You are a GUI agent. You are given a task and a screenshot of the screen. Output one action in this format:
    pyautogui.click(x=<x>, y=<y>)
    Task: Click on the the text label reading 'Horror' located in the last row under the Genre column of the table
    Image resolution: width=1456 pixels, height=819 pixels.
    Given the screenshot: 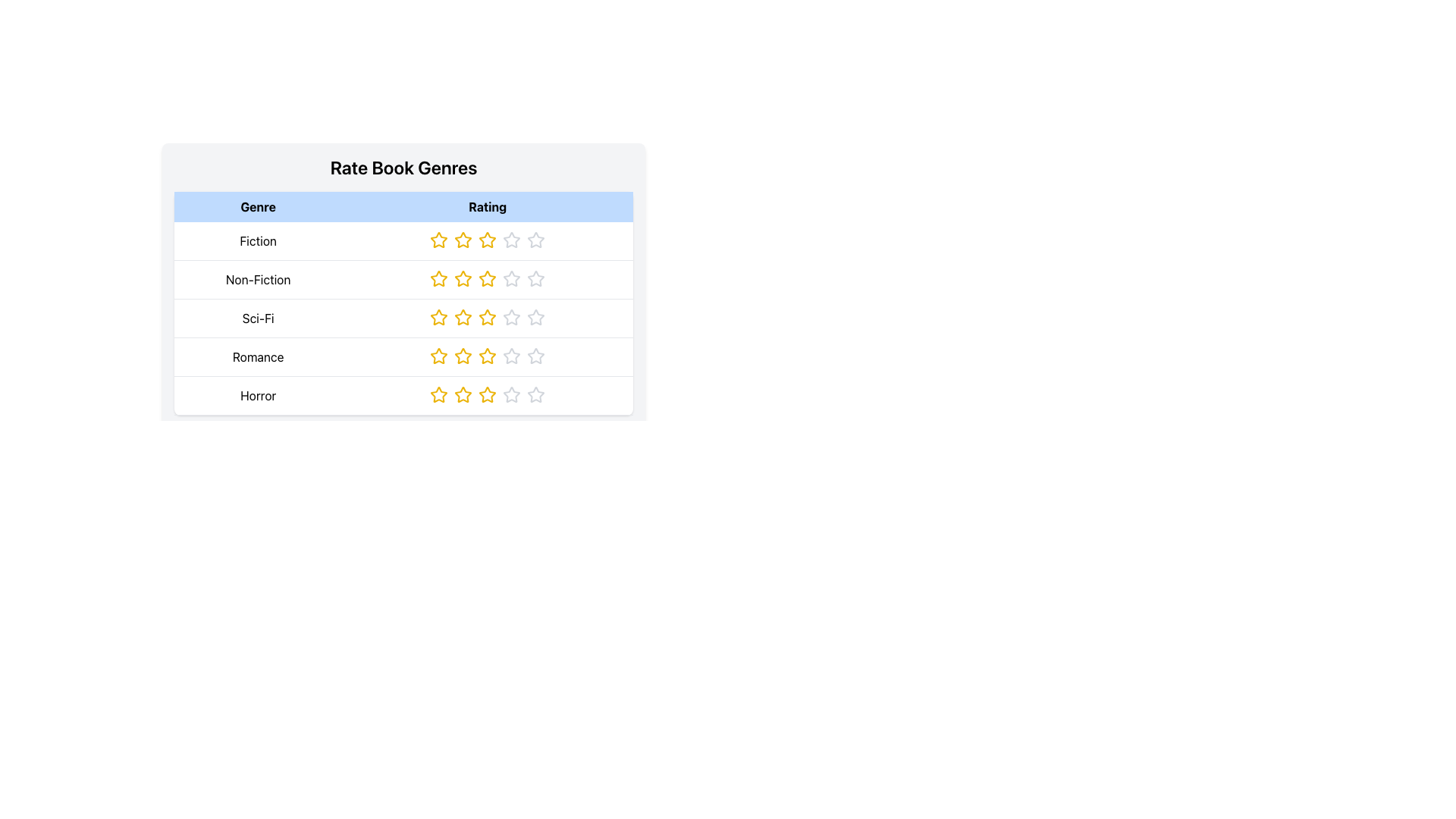 What is the action you would take?
    pyautogui.click(x=258, y=394)
    